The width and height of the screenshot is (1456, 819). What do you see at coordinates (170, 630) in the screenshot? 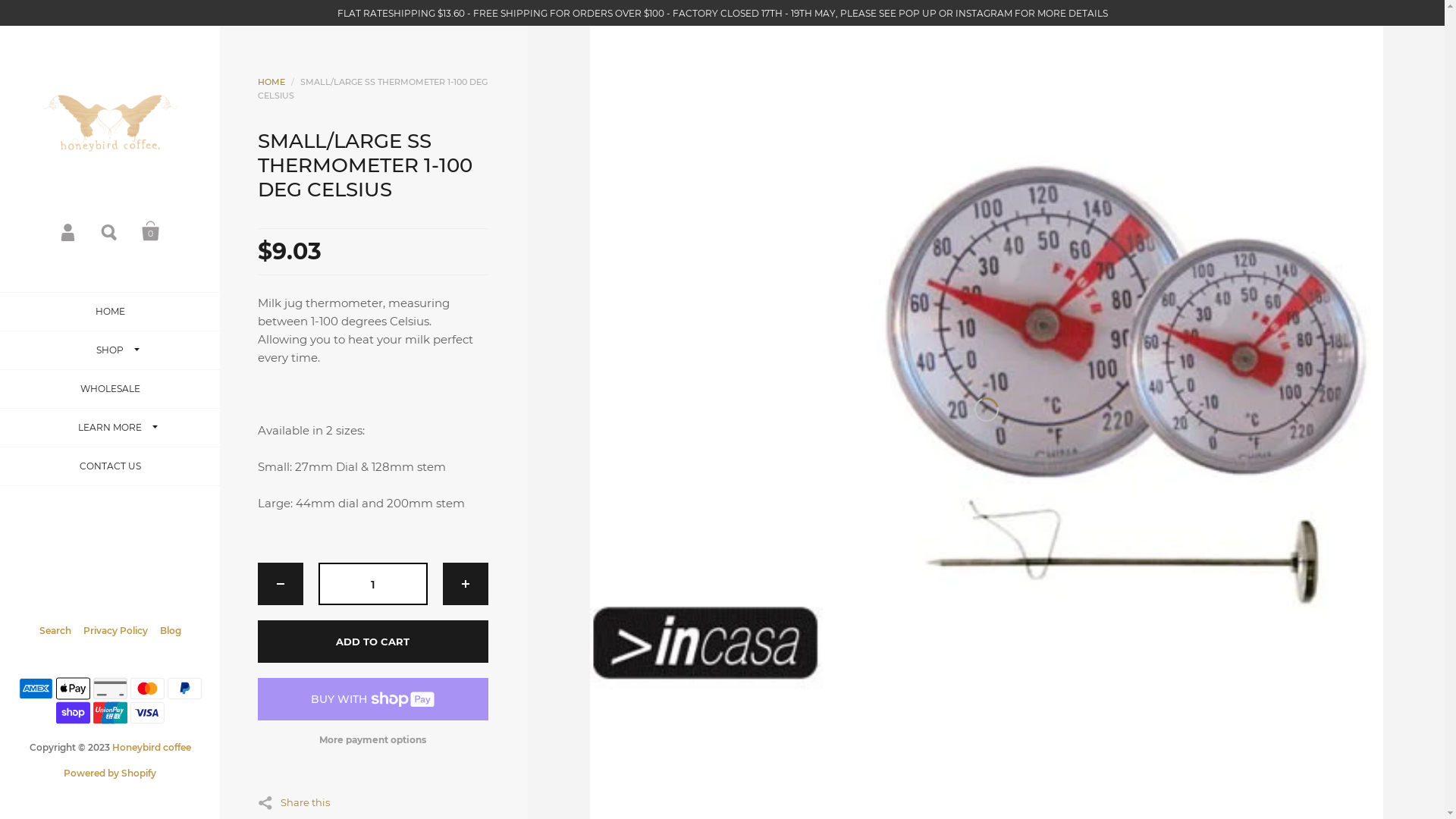
I see `'Blog'` at bounding box center [170, 630].